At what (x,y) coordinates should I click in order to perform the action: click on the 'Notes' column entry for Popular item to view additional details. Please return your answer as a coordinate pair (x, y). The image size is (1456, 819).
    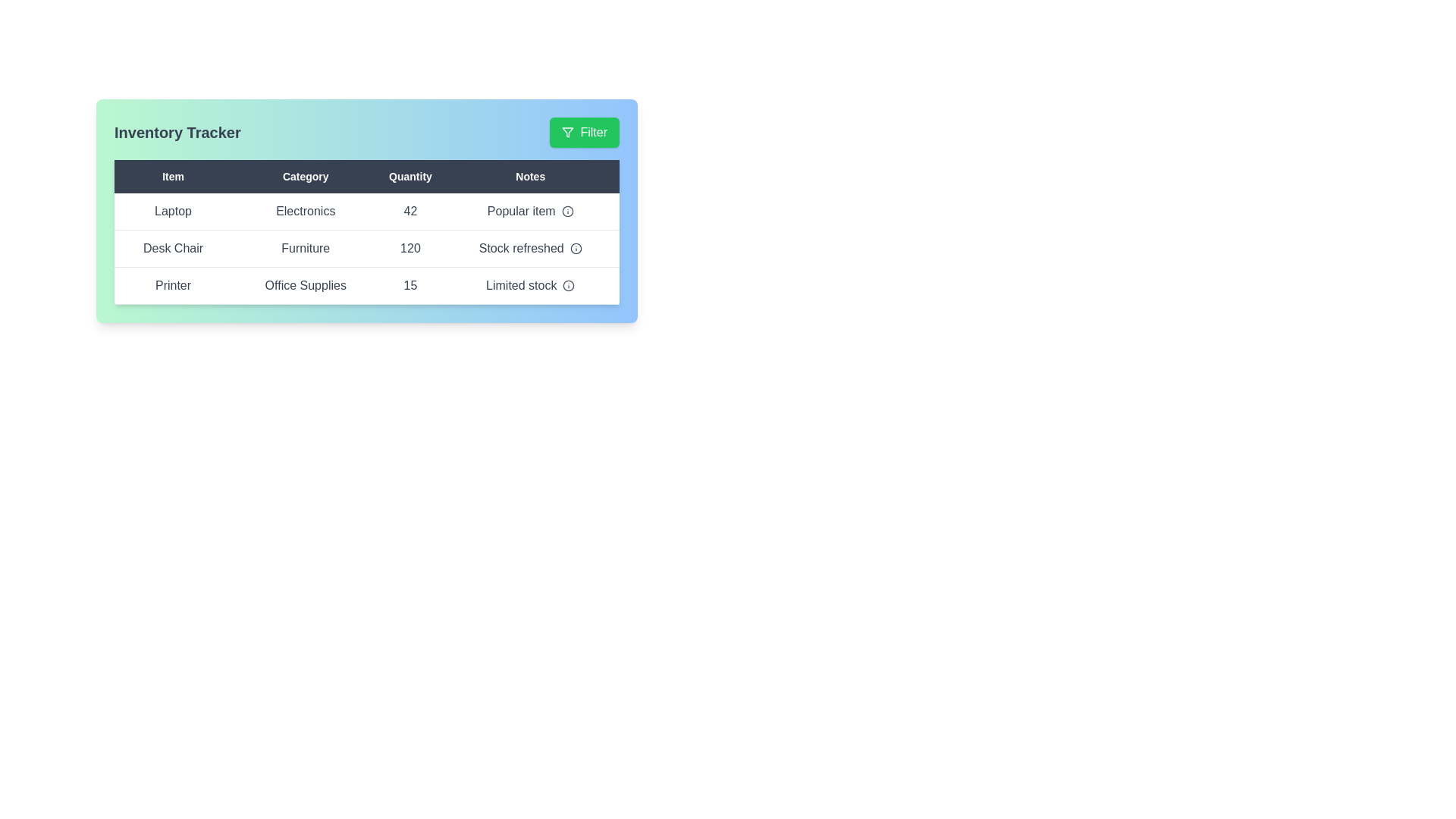
    Looking at the image, I should click on (530, 211).